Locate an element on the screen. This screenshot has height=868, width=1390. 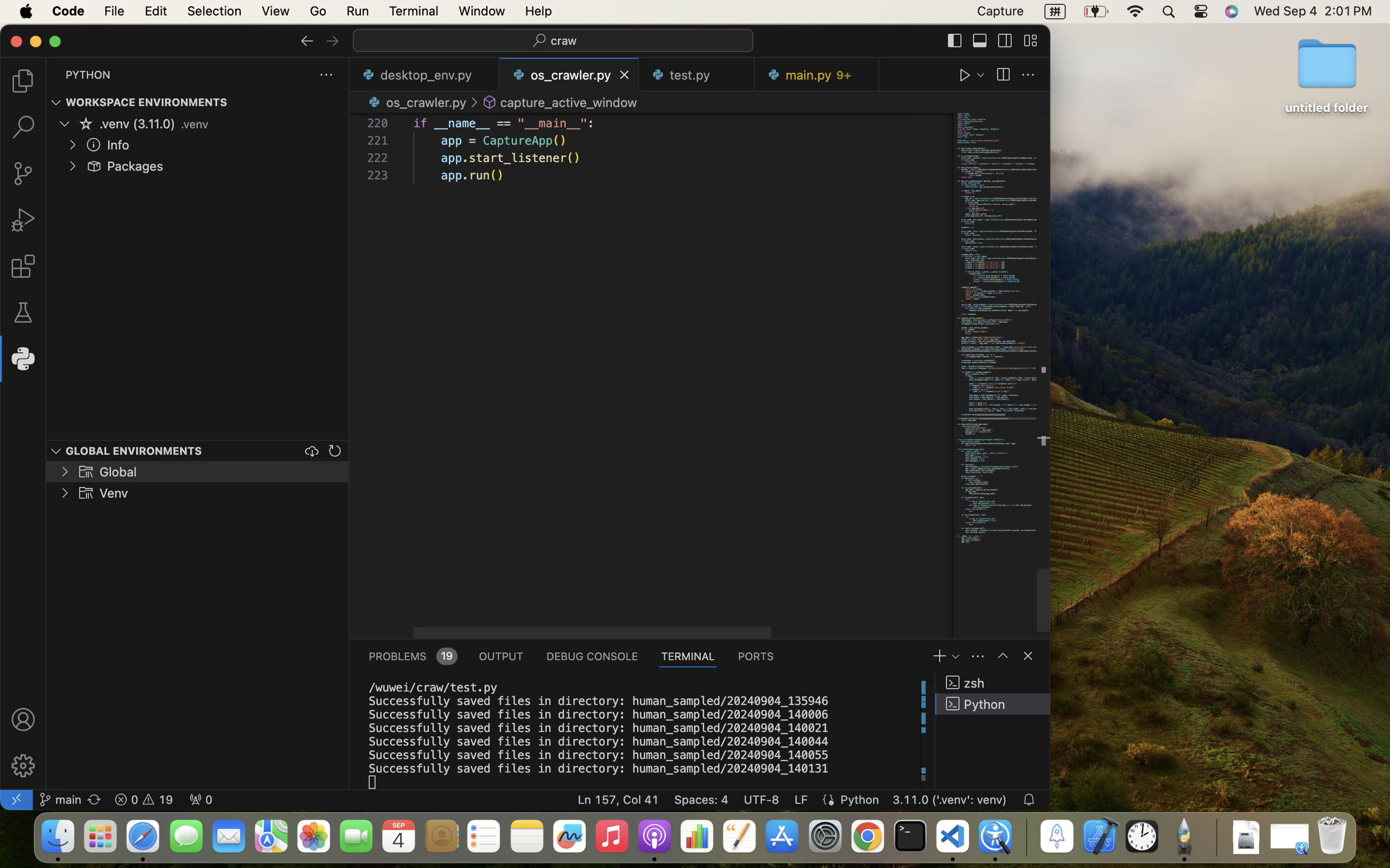
'' is located at coordinates (85, 122).